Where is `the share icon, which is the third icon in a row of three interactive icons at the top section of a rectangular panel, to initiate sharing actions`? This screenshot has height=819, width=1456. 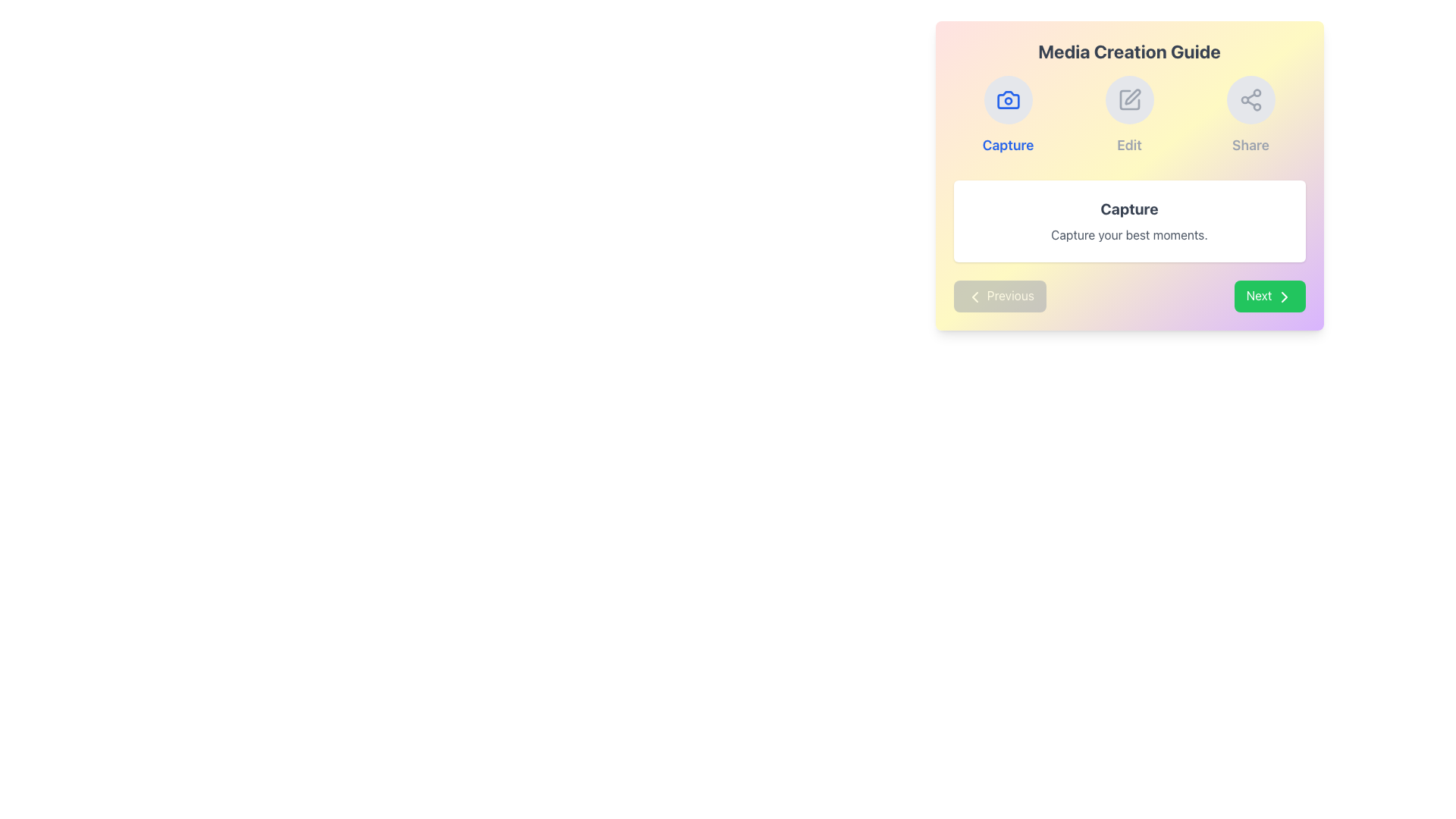
the share icon, which is the third icon in a row of three interactive icons at the top section of a rectangular panel, to initiate sharing actions is located at coordinates (1250, 99).